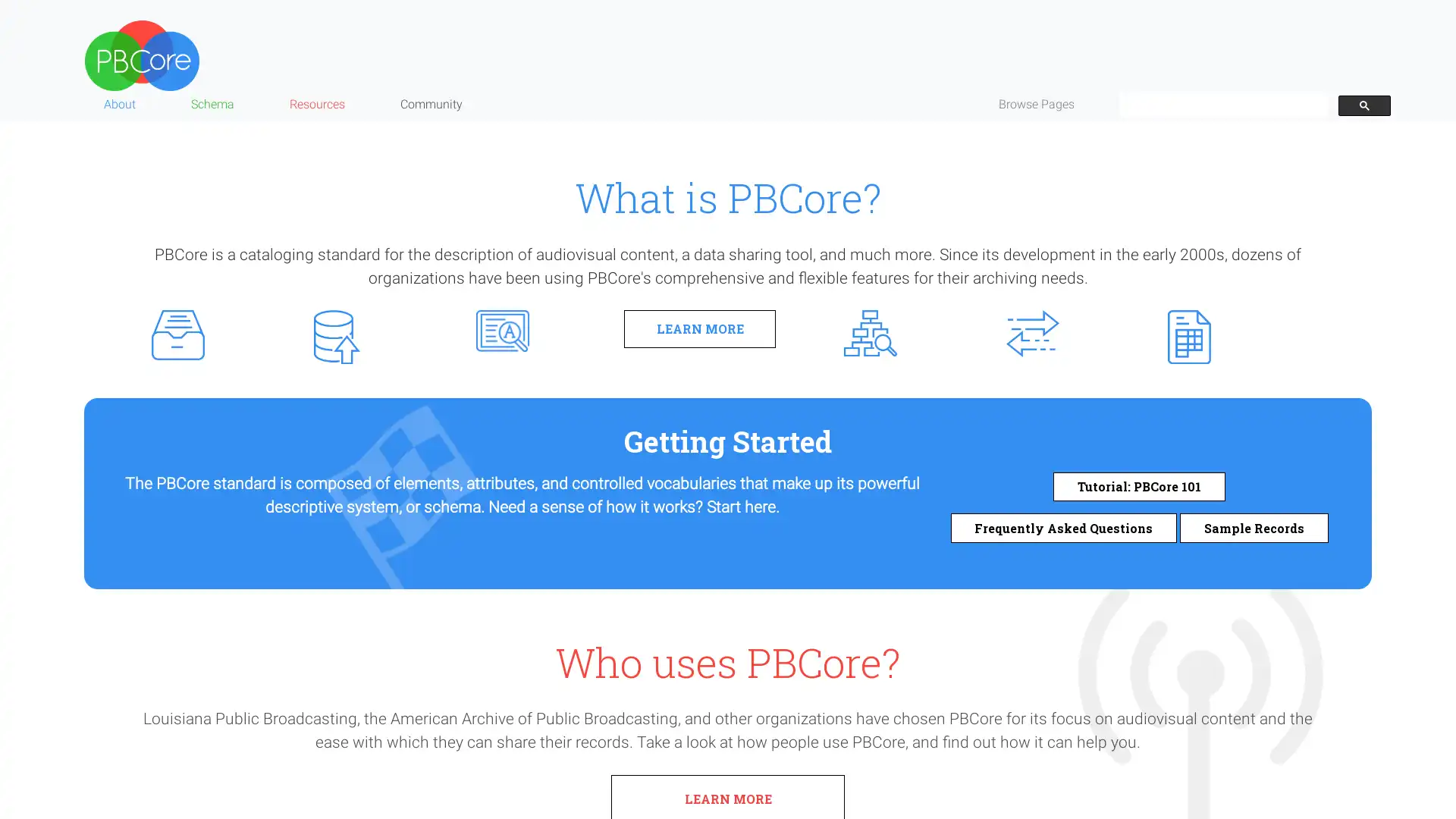 The width and height of the screenshot is (1456, 819). What do you see at coordinates (698, 328) in the screenshot?
I see `LEARN MORE` at bounding box center [698, 328].